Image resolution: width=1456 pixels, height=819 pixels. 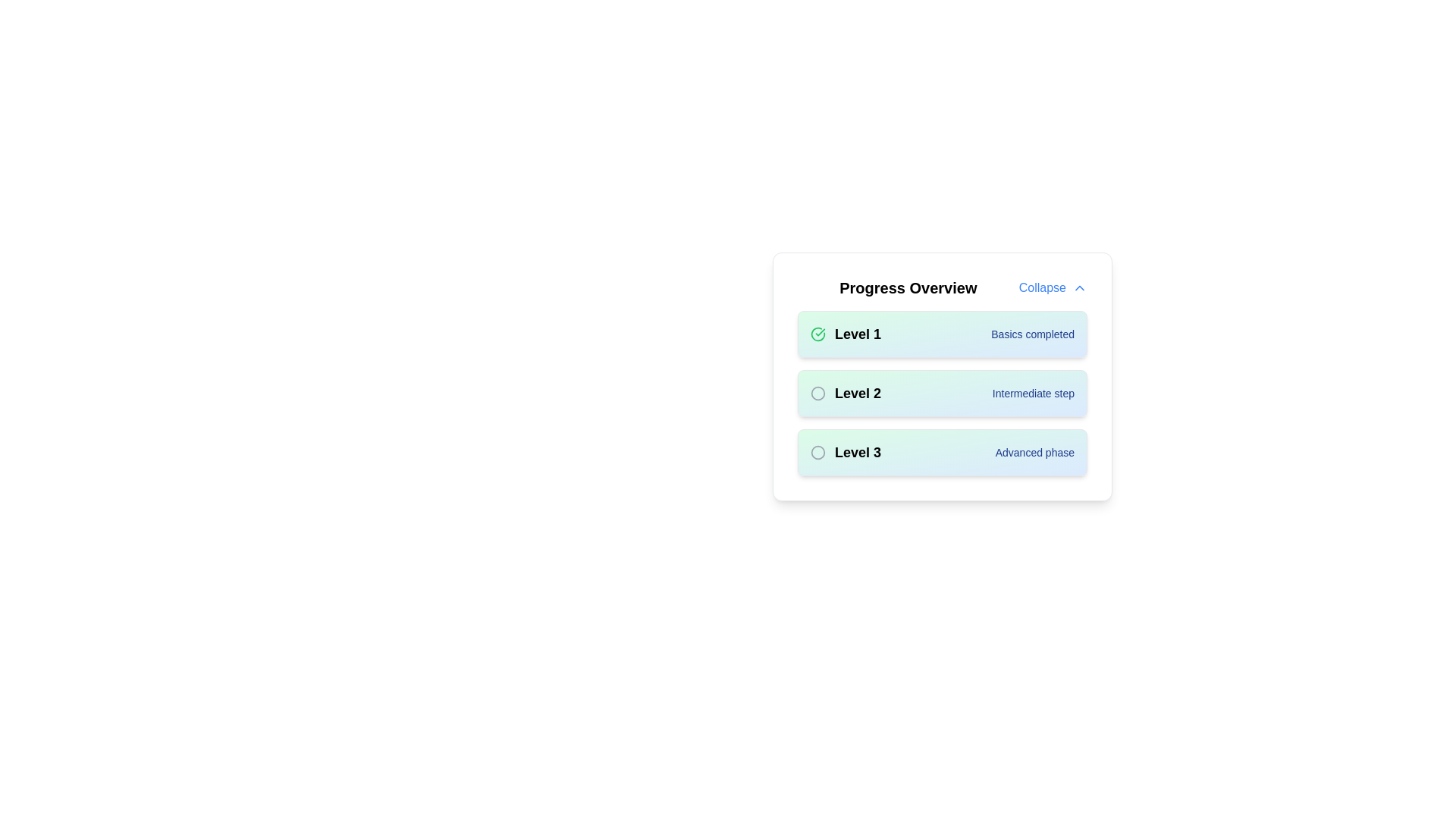 I want to click on the interactive button styled as a hyperlink located in the top-right corner of the 'Progress Overview' section, so click(x=1052, y=288).